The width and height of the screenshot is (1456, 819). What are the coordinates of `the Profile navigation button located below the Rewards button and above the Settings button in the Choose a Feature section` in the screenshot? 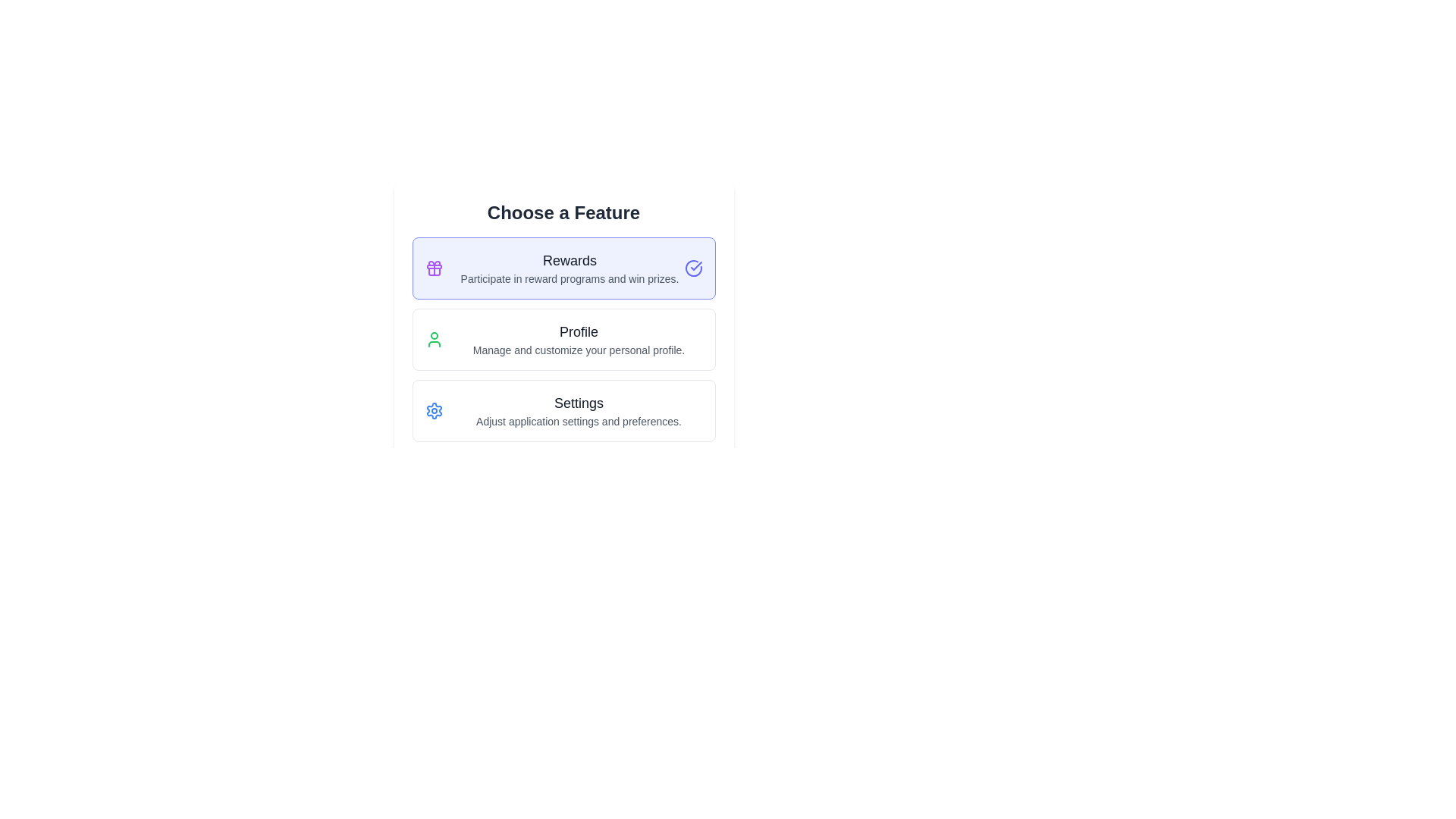 It's located at (563, 338).